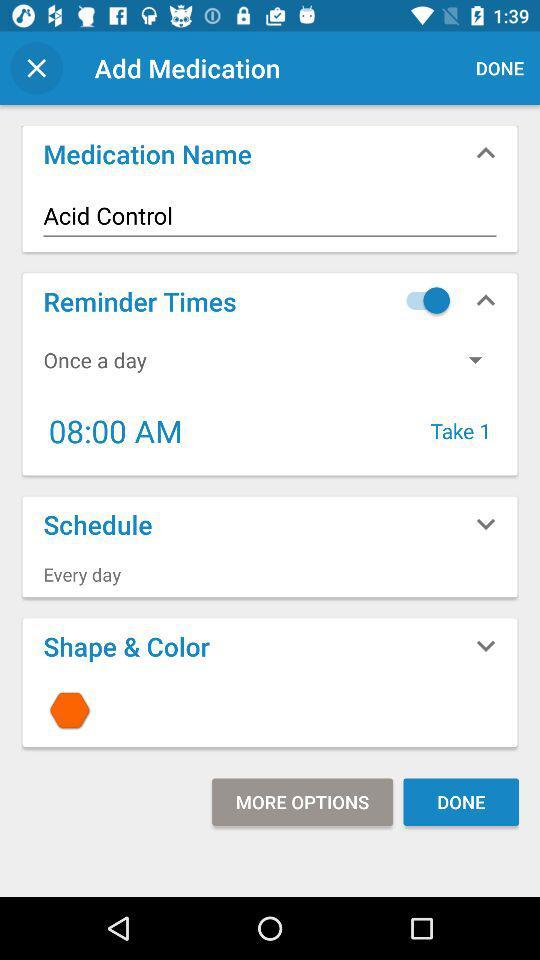 The height and width of the screenshot is (960, 540). What do you see at coordinates (301, 802) in the screenshot?
I see `the icon next to done` at bounding box center [301, 802].